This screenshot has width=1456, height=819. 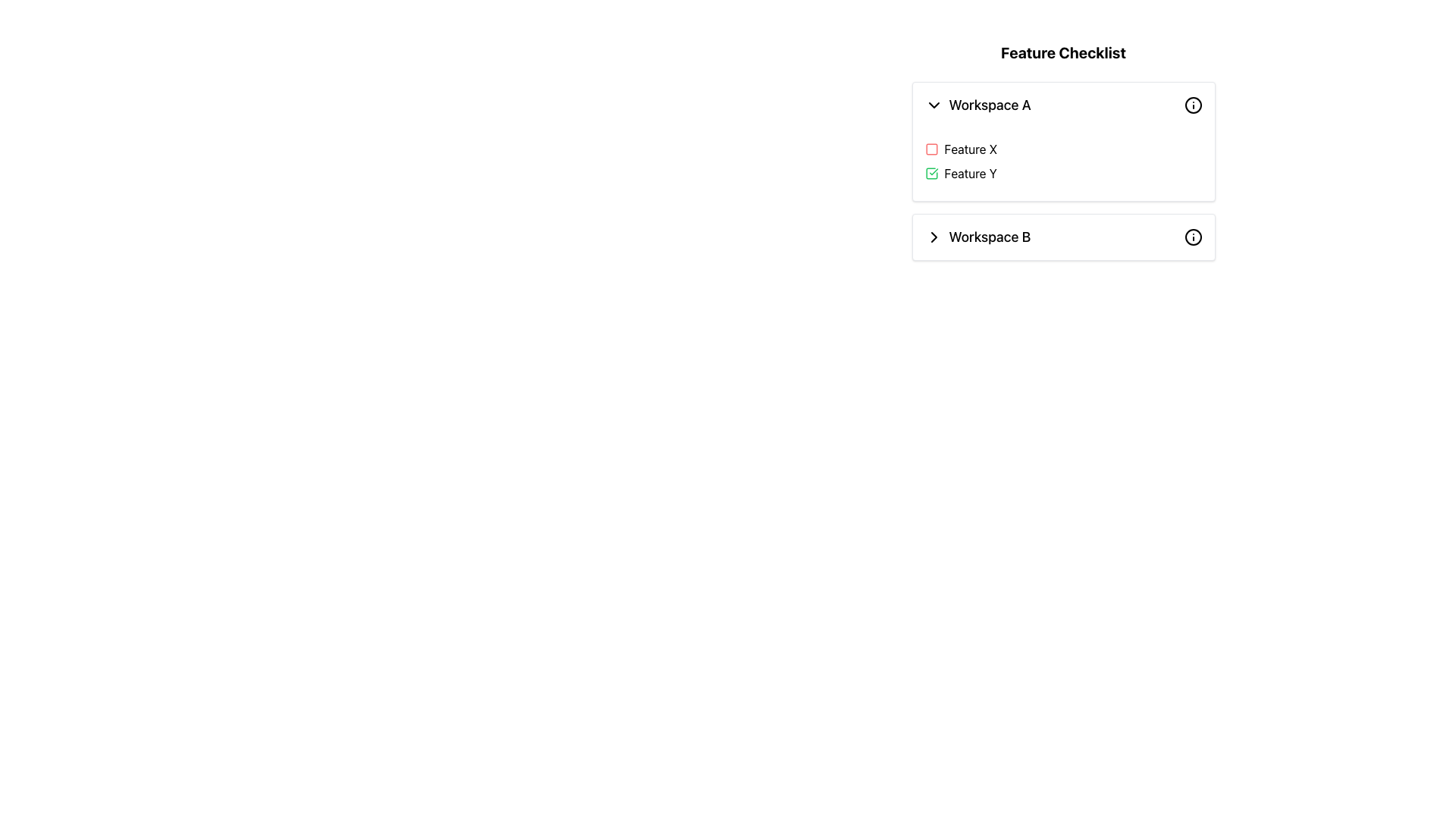 I want to click on the second checkable list item labeled 'Feature Y' in the 'Feature Checklist' section, so click(x=1062, y=172).